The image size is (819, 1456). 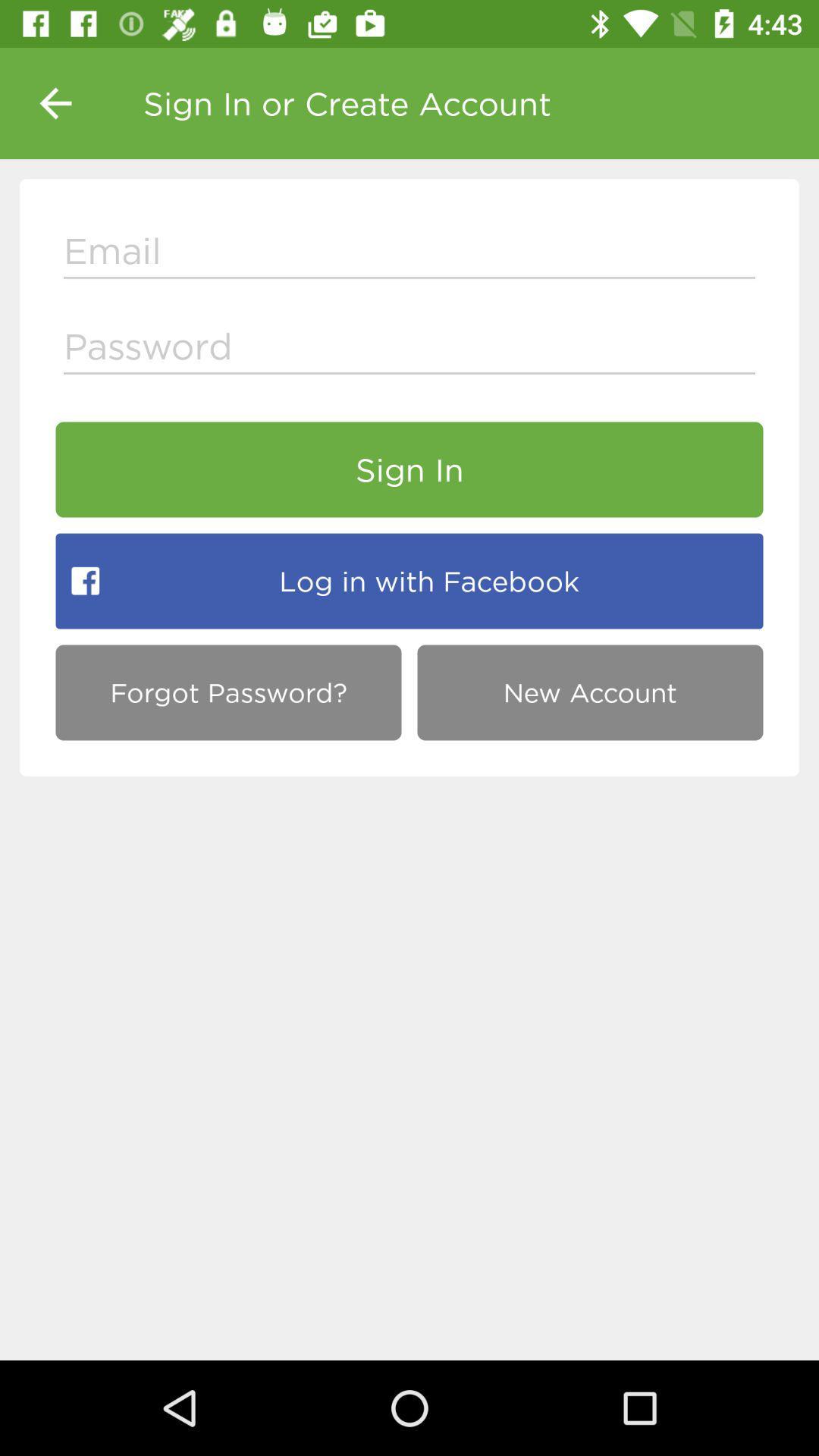 What do you see at coordinates (409, 349) in the screenshot?
I see `user password` at bounding box center [409, 349].